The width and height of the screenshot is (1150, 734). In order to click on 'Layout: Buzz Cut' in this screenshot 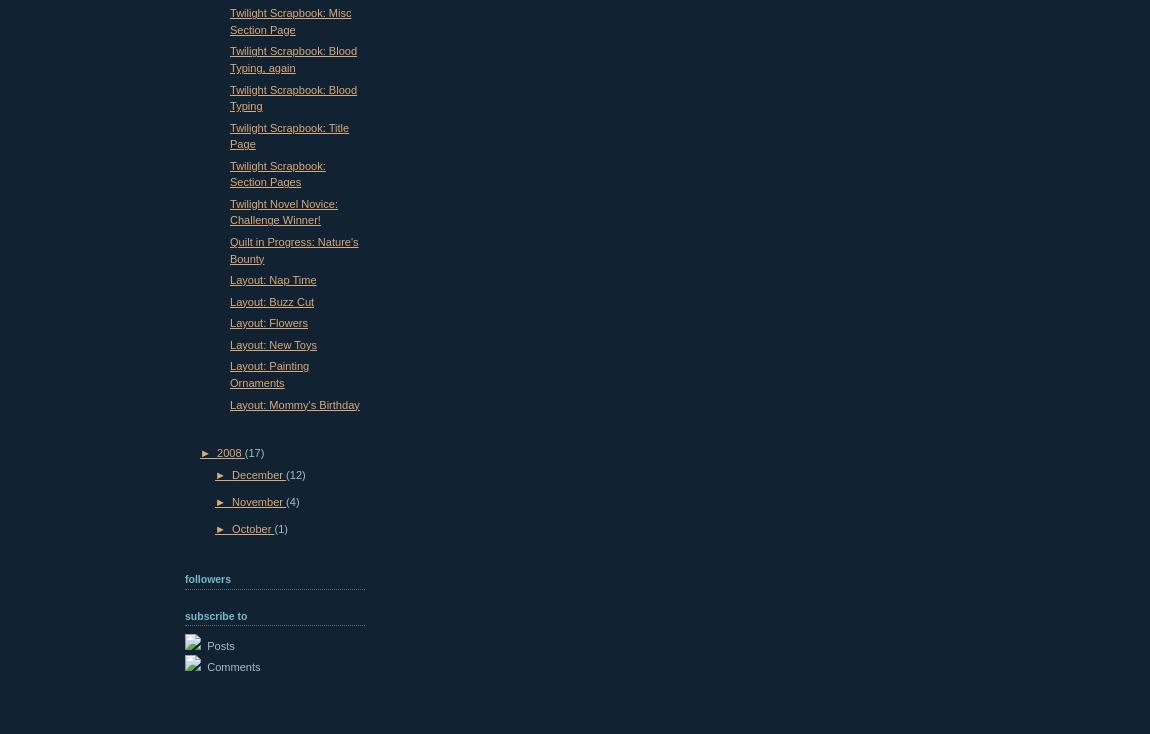, I will do `click(229, 300)`.